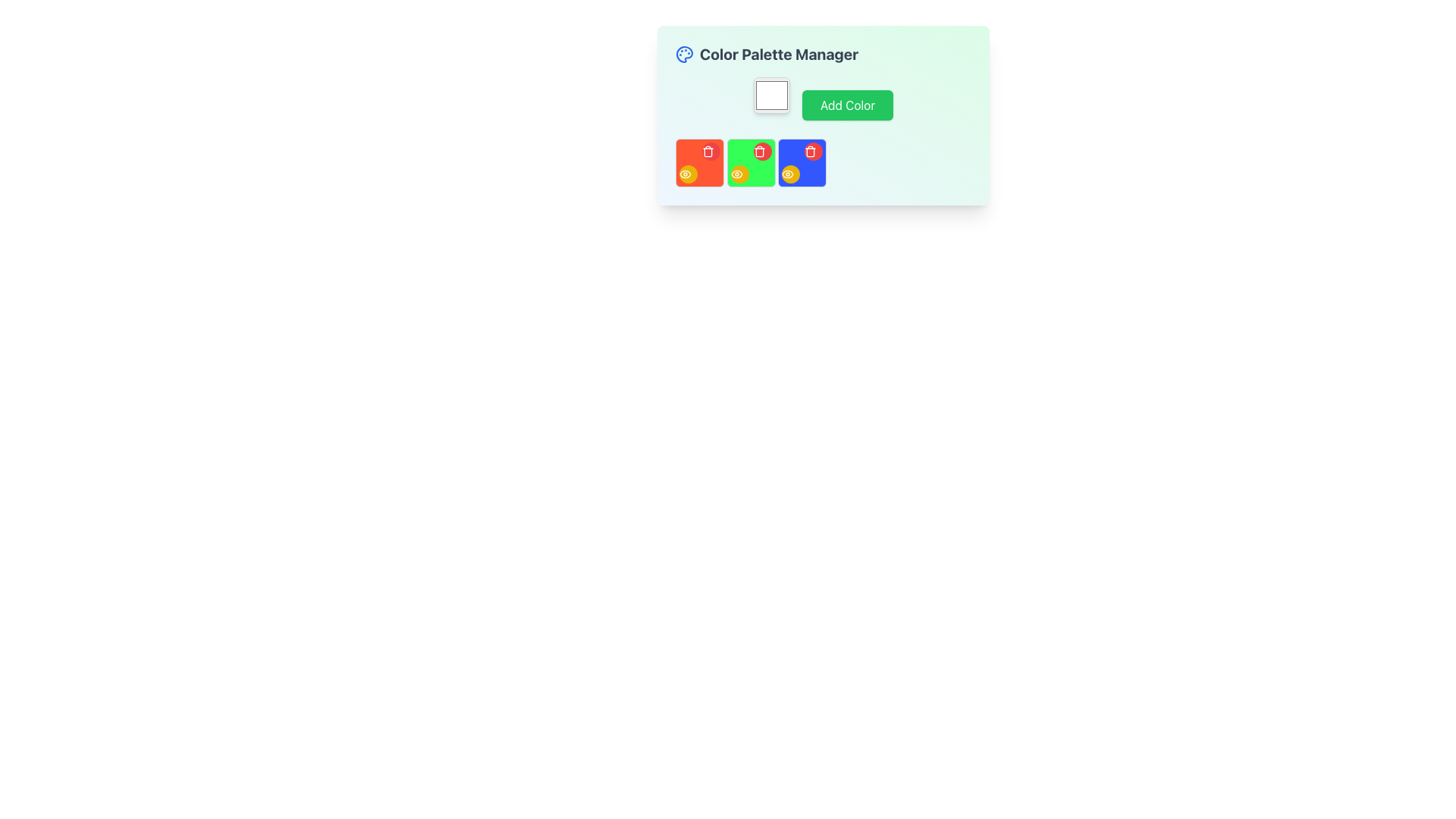 Image resolution: width=1456 pixels, height=819 pixels. What do you see at coordinates (684, 174) in the screenshot?
I see `the eye-shaped icon located inside the yellow square with rounded corners in the Color Palette Manager section, specifically the third square from the left` at bounding box center [684, 174].